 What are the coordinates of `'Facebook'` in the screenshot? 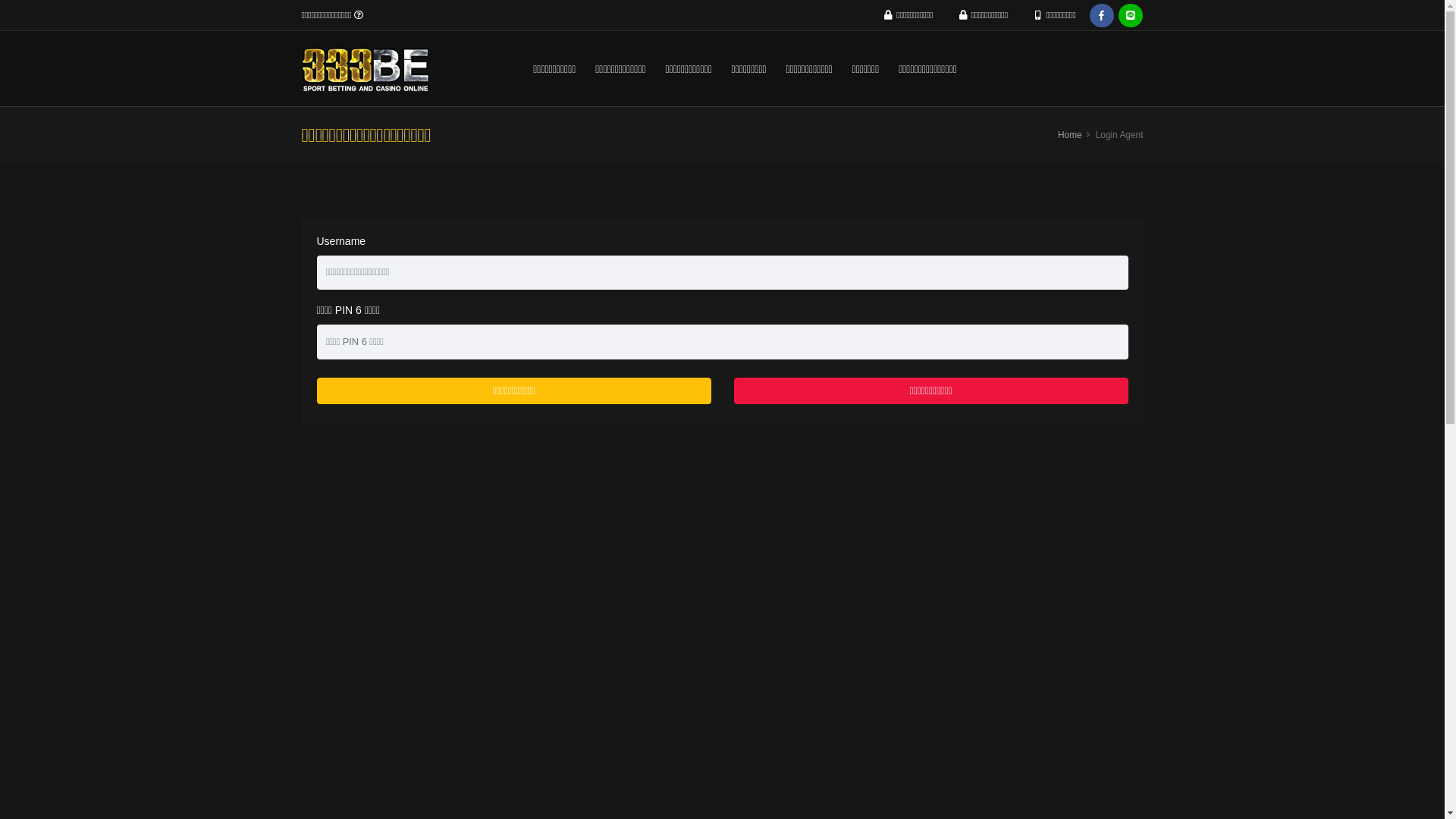 It's located at (1102, 15).